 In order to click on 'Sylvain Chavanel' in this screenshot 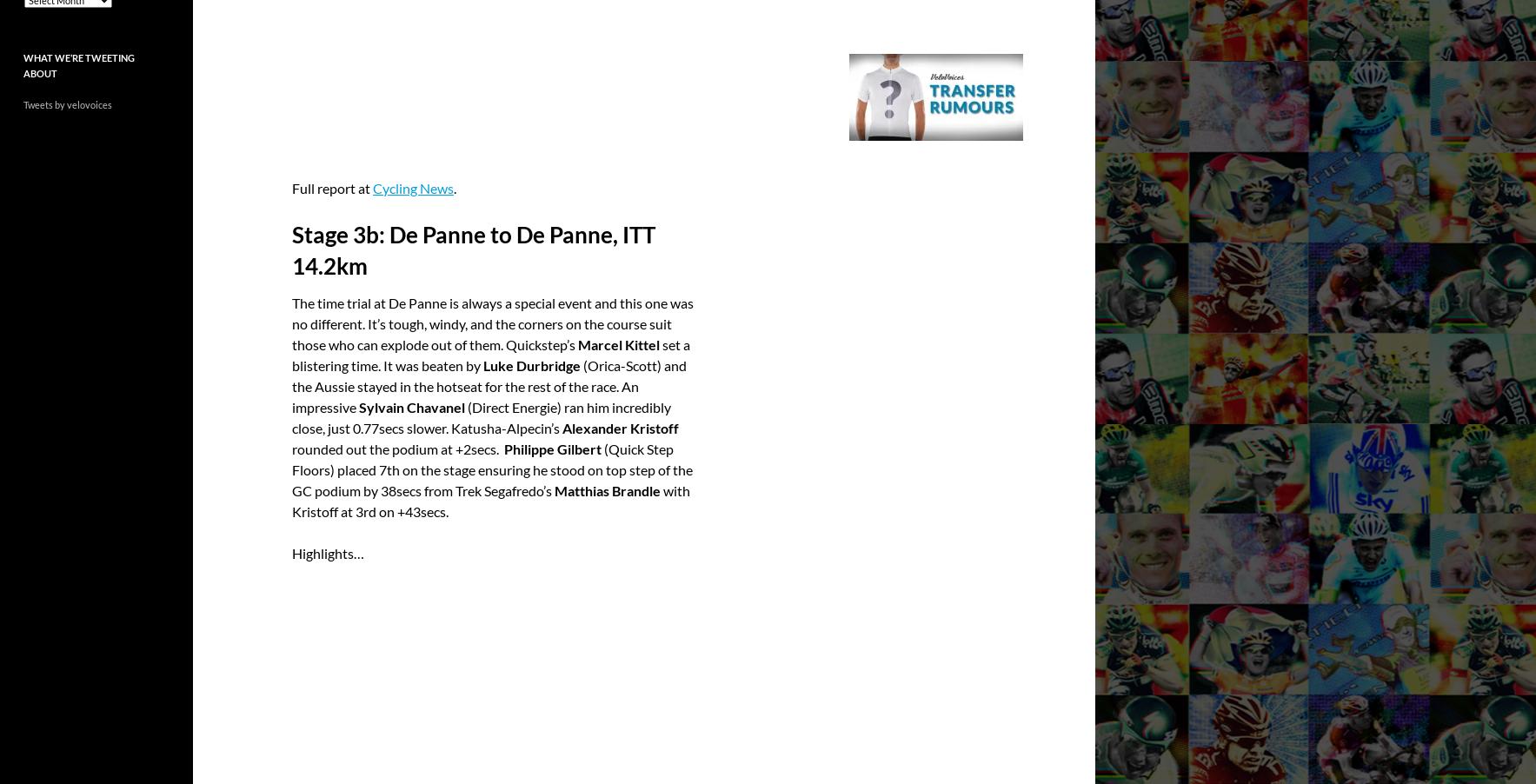, I will do `click(358, 405)`.